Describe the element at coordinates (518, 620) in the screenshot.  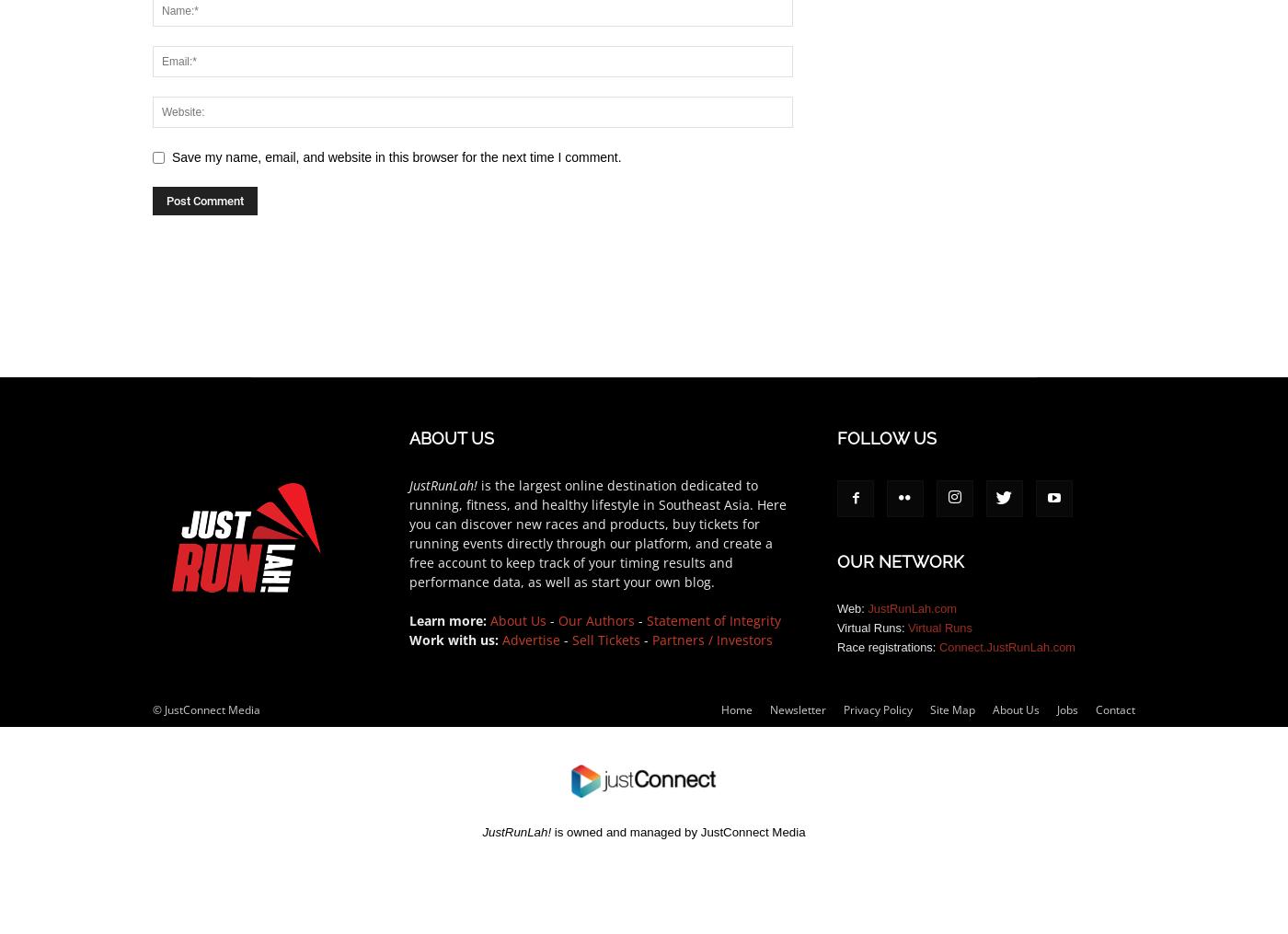
I see `'About Us'` at that location.